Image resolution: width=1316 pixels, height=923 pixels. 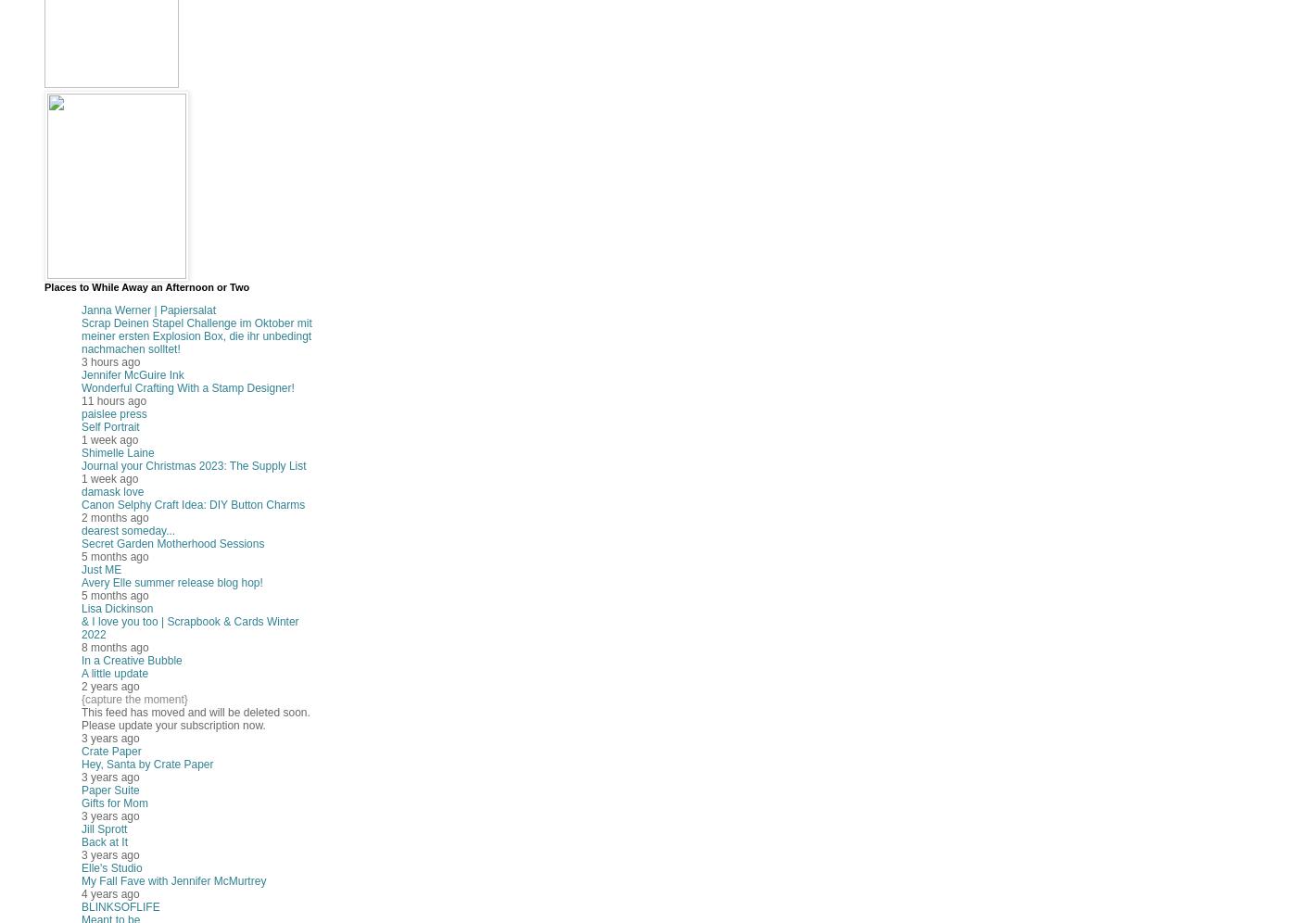 I want to click on '& I love you too | Scrapbook & Cards Winter 2022', so click(x=190, y=627).